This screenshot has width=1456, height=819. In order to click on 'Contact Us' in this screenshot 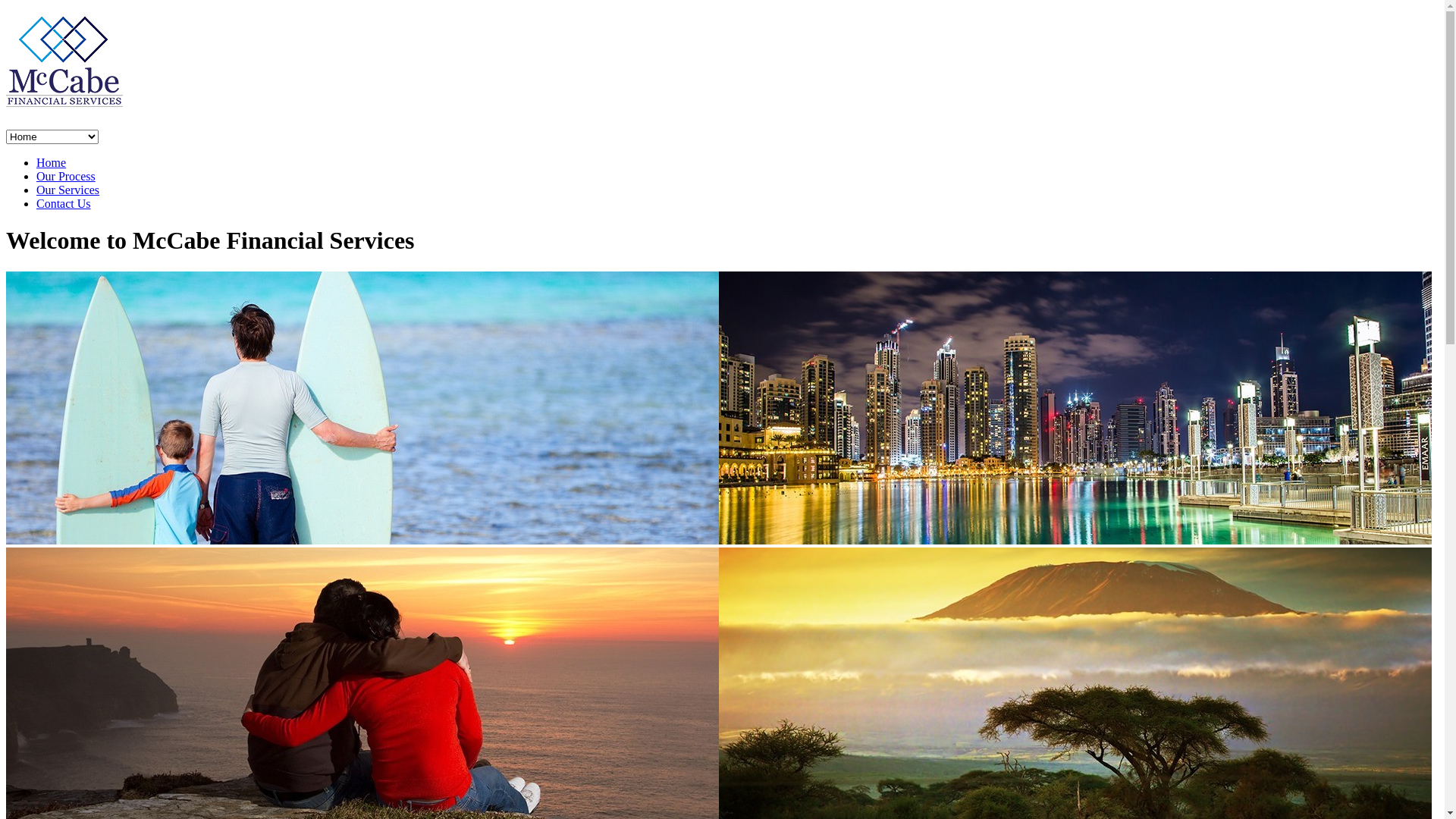, I will do `click(62, 202)`.